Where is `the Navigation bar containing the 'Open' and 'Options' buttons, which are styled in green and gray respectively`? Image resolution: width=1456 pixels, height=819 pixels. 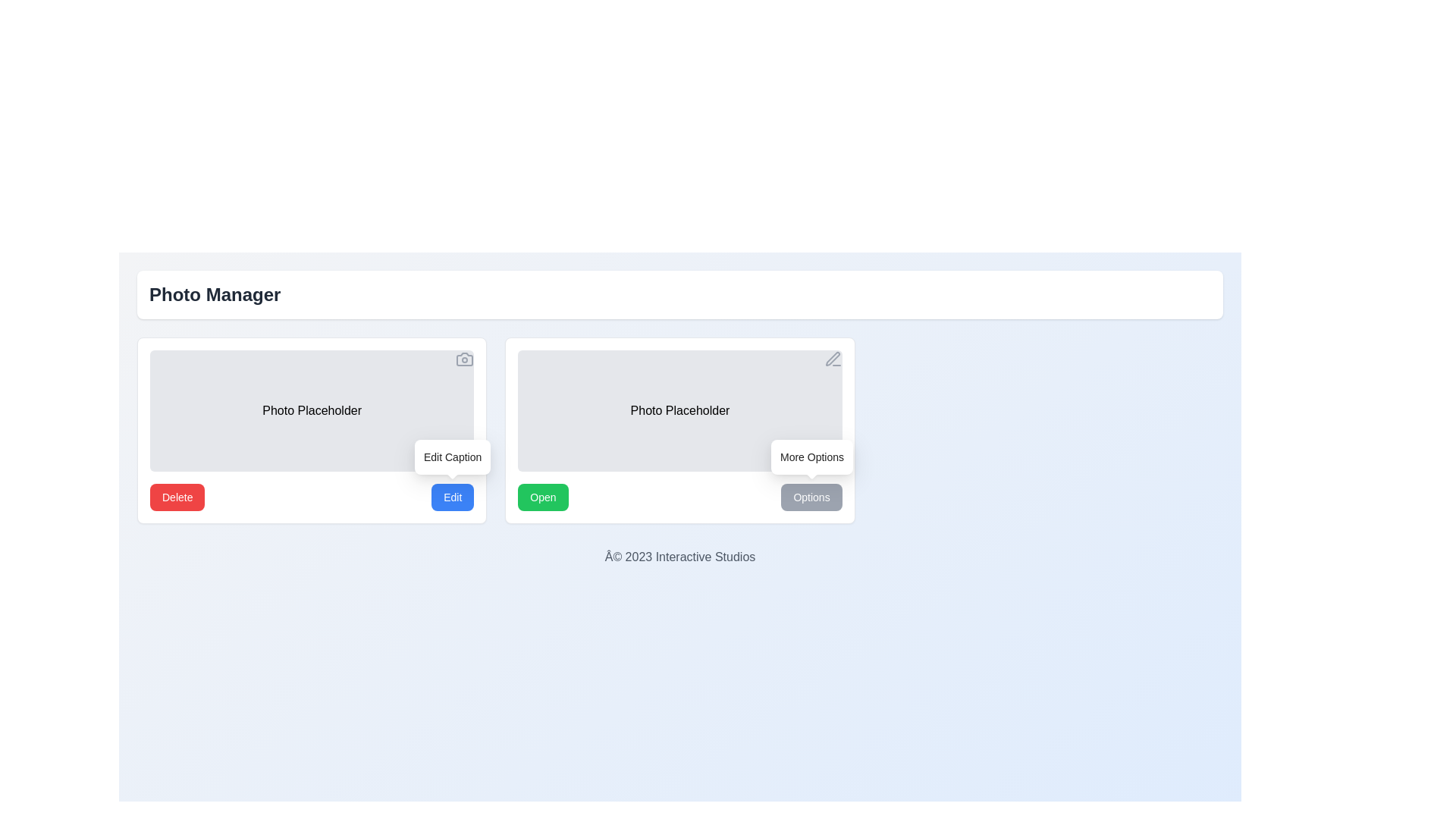 the Navigation bar containing the 'Open' and 'Options' buttons, which are styled in green and gray respectively is located at coordinates (679, 497).